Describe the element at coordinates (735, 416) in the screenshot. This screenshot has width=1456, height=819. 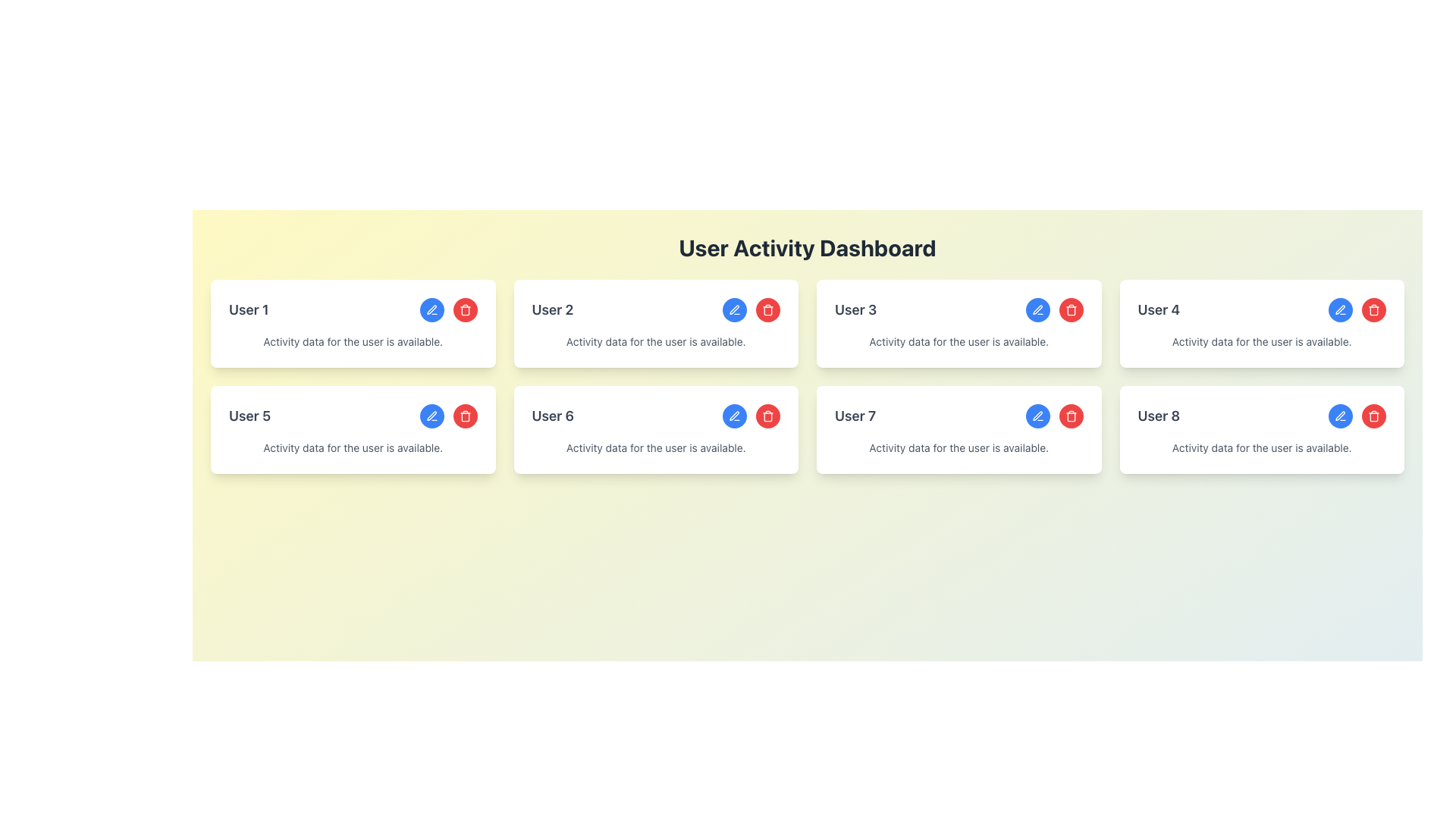
I see `the small blue circular icon with a pen graphic inside, located in the card labeled 'User 6' in the second row, second column` at that location.